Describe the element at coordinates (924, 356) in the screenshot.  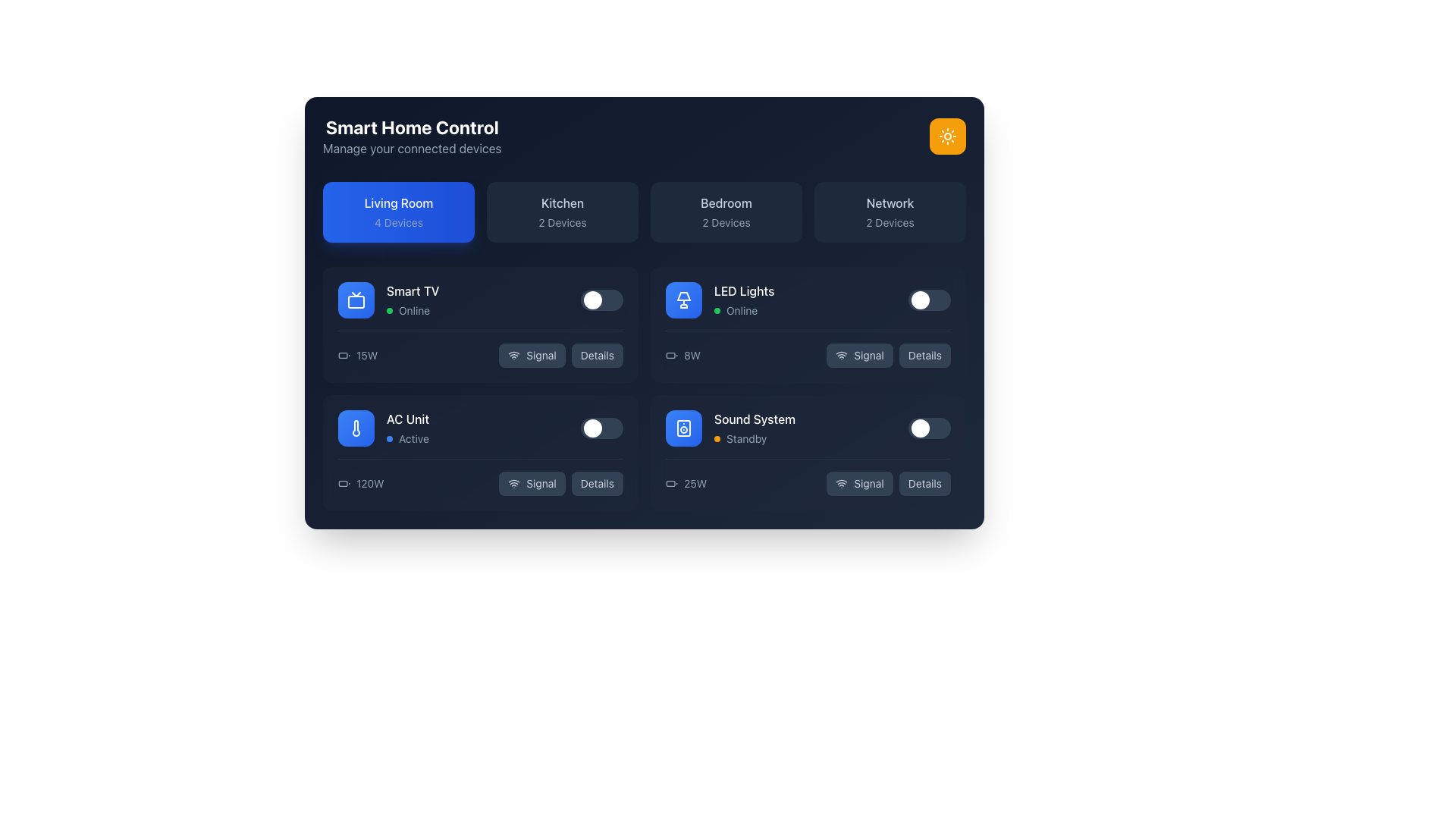
I see `the rectangular 'Details' button with a dark slate background and light slate text, located in the second column of the grid layout, adjacent to the 'Signal' button for interactive effects` at that location.